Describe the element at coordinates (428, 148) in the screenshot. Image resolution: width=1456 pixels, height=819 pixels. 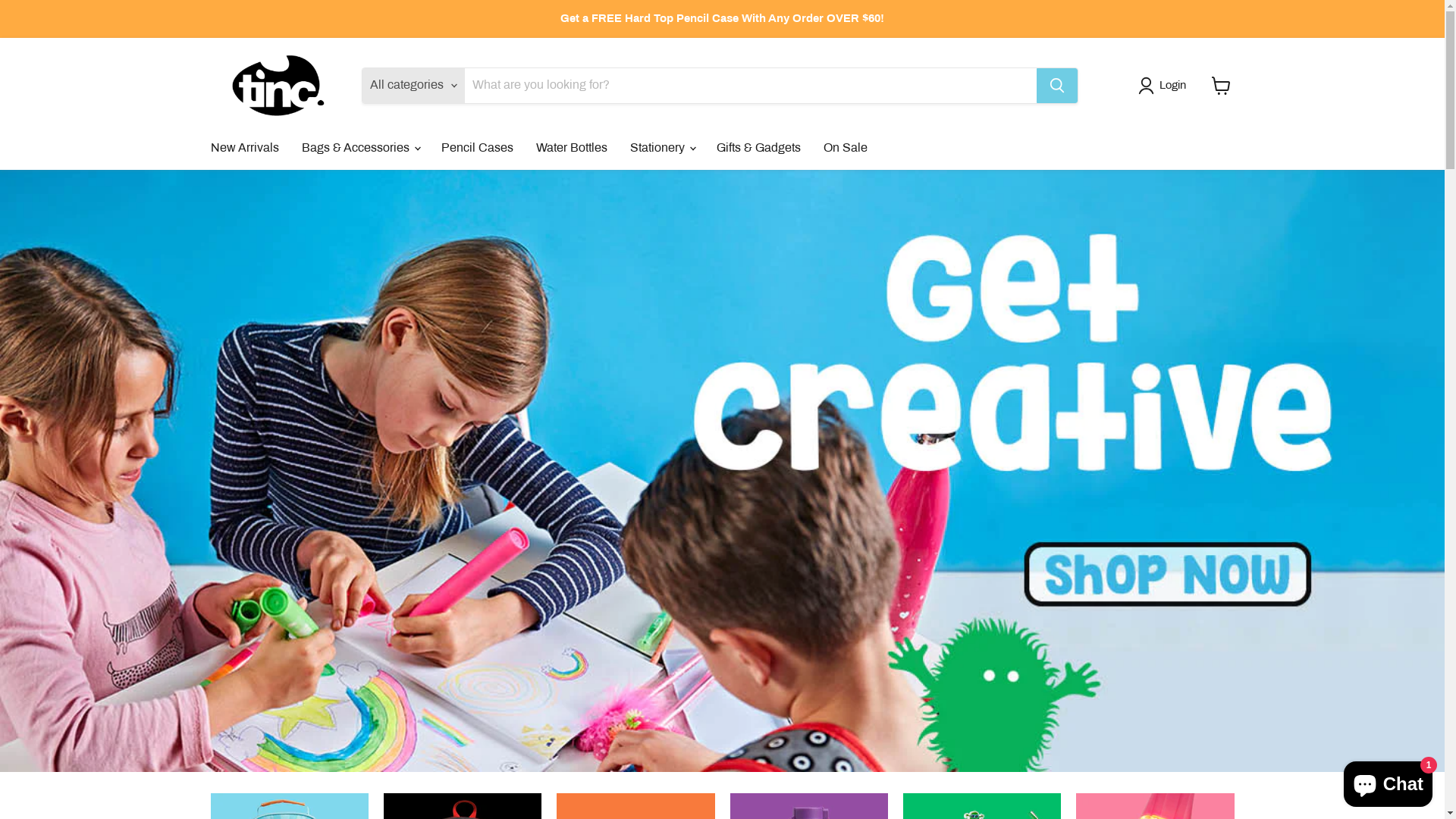
I see `'Pencil Cases'` at that location.